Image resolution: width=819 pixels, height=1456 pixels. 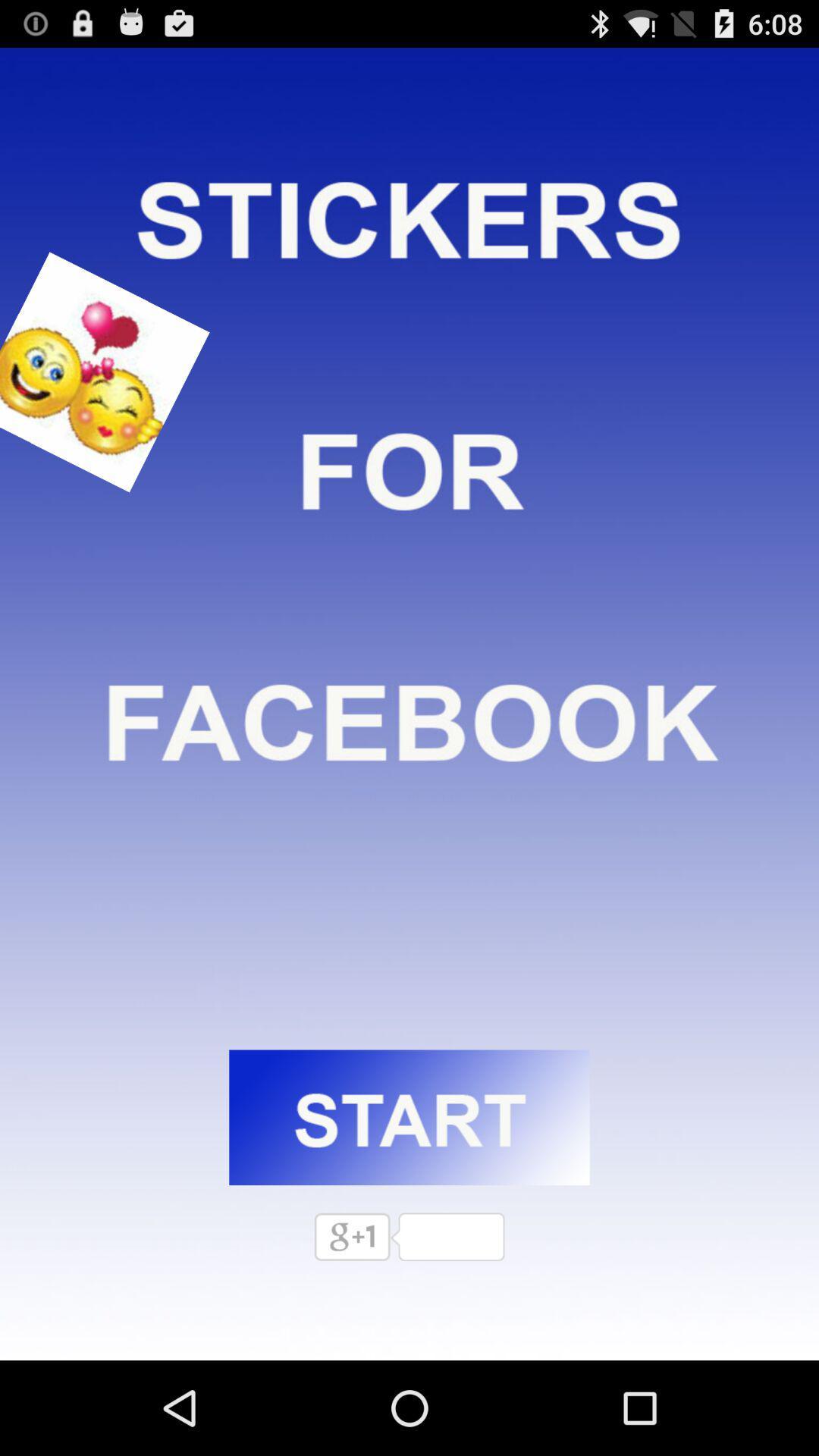 I want to click on start button, so click(x=409, y=1117).